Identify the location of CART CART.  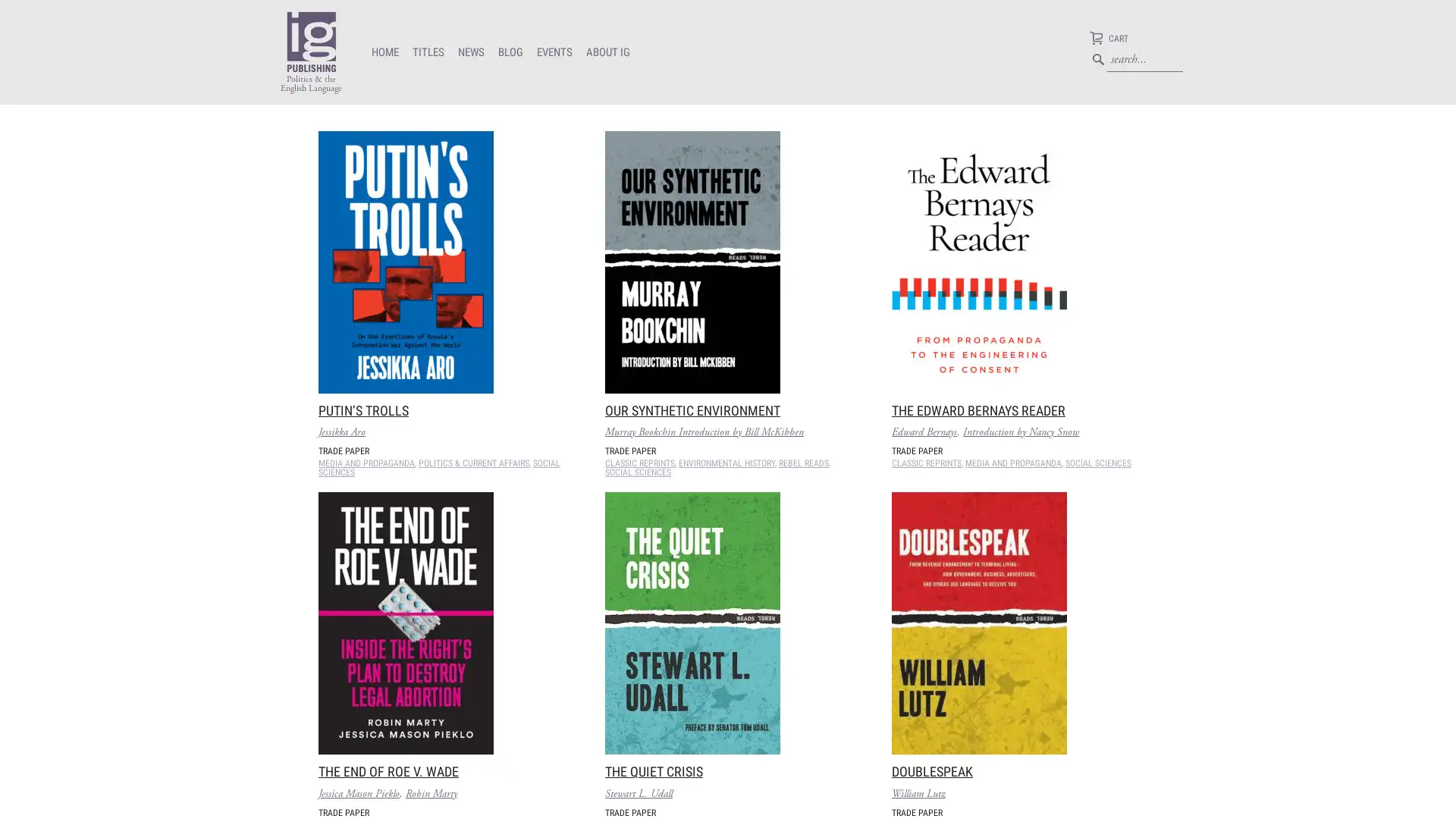
(1109, 39).